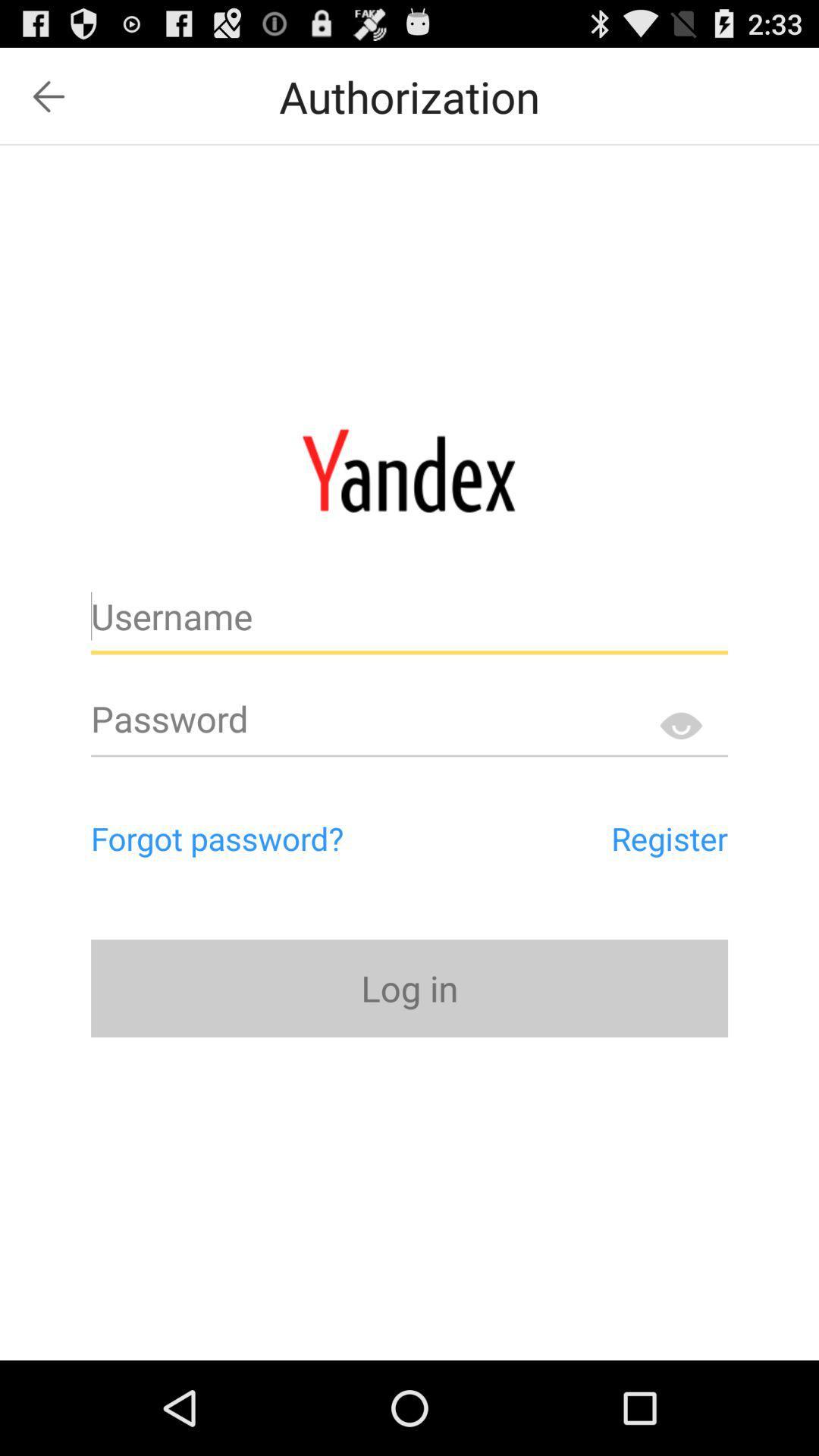  I want to click on item below forgot password? item, so click(409, 988).